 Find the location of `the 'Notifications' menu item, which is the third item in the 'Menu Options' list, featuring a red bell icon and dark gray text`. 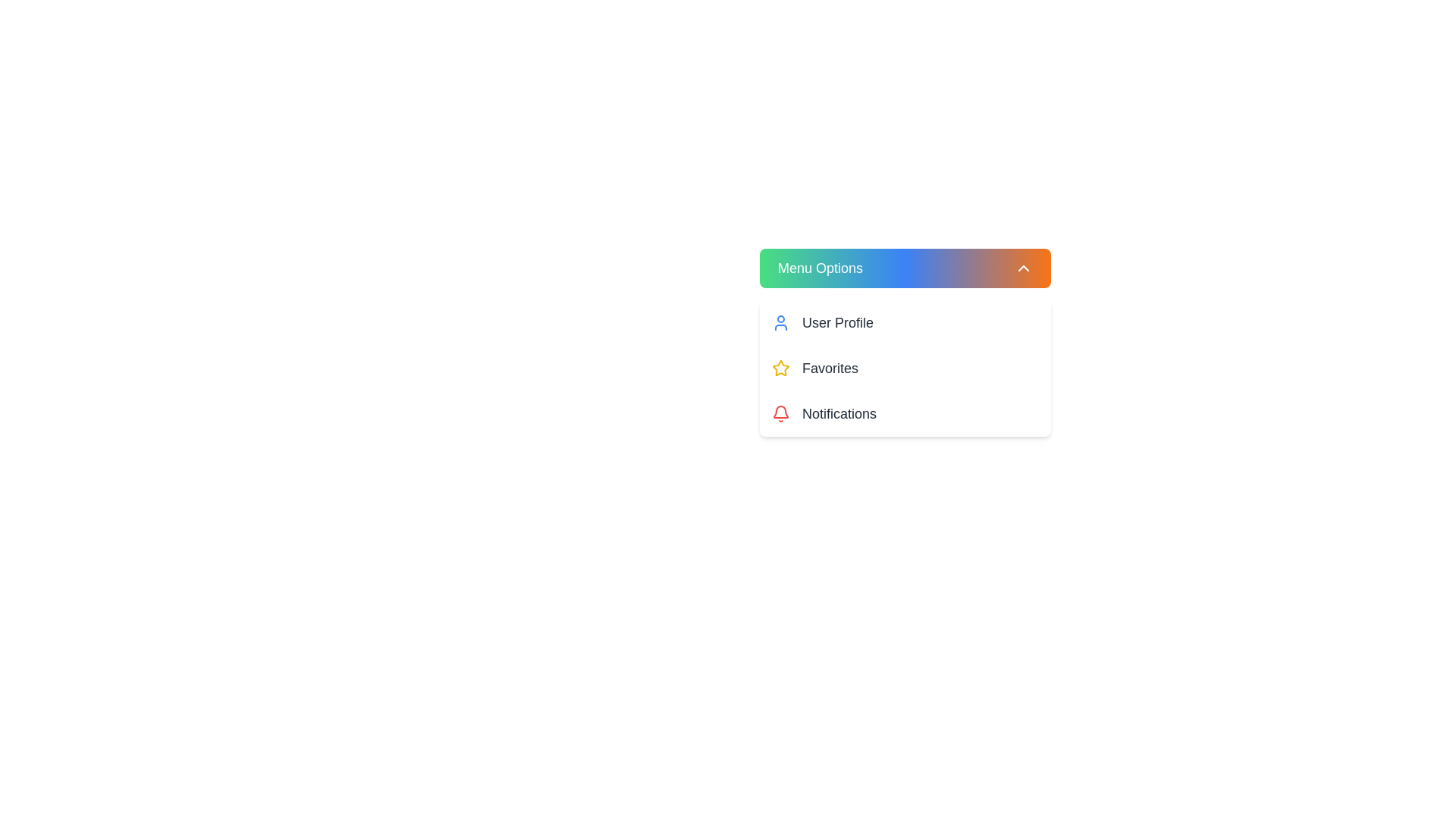

the 'Notifications' menu item, which is the third item in the 'Menu Options' list, featuring a red bell icon and dark gray text is located at coordinates (905, 414).